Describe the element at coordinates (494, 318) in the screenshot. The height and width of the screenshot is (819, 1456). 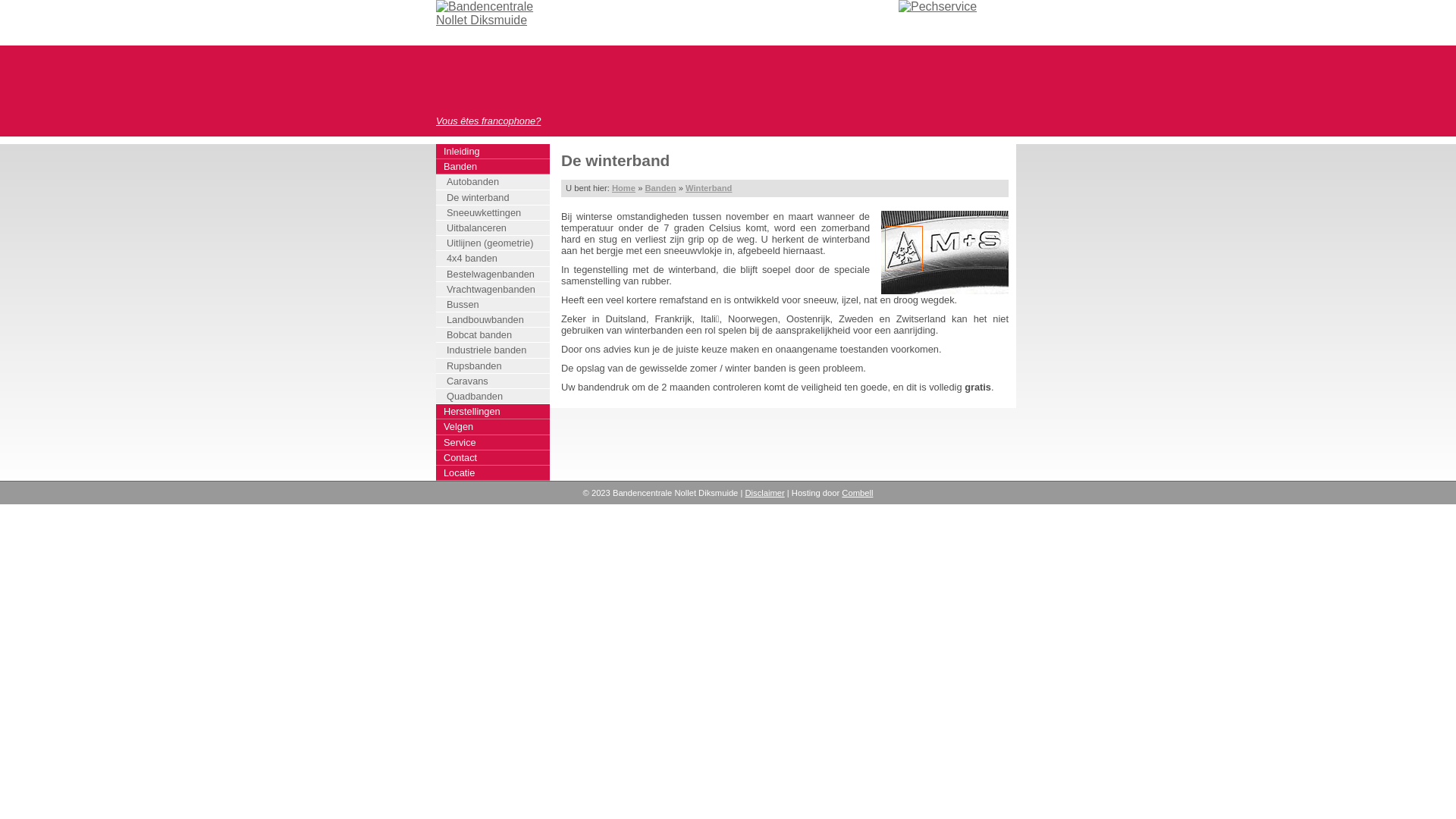
I see `'Landbouwbanden'` at that location.